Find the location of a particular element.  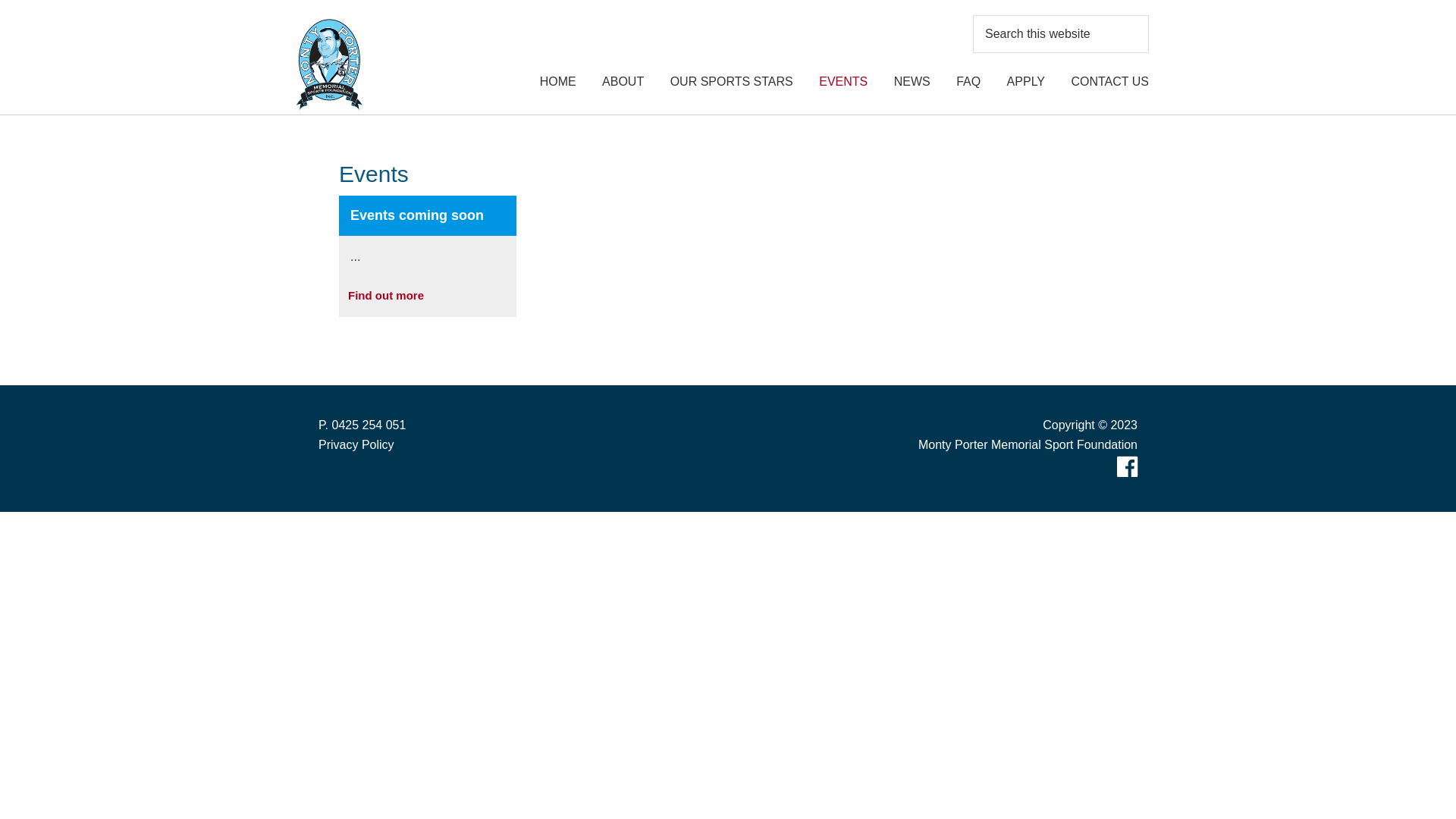

'HOME' is located at coordinates (557, 82).